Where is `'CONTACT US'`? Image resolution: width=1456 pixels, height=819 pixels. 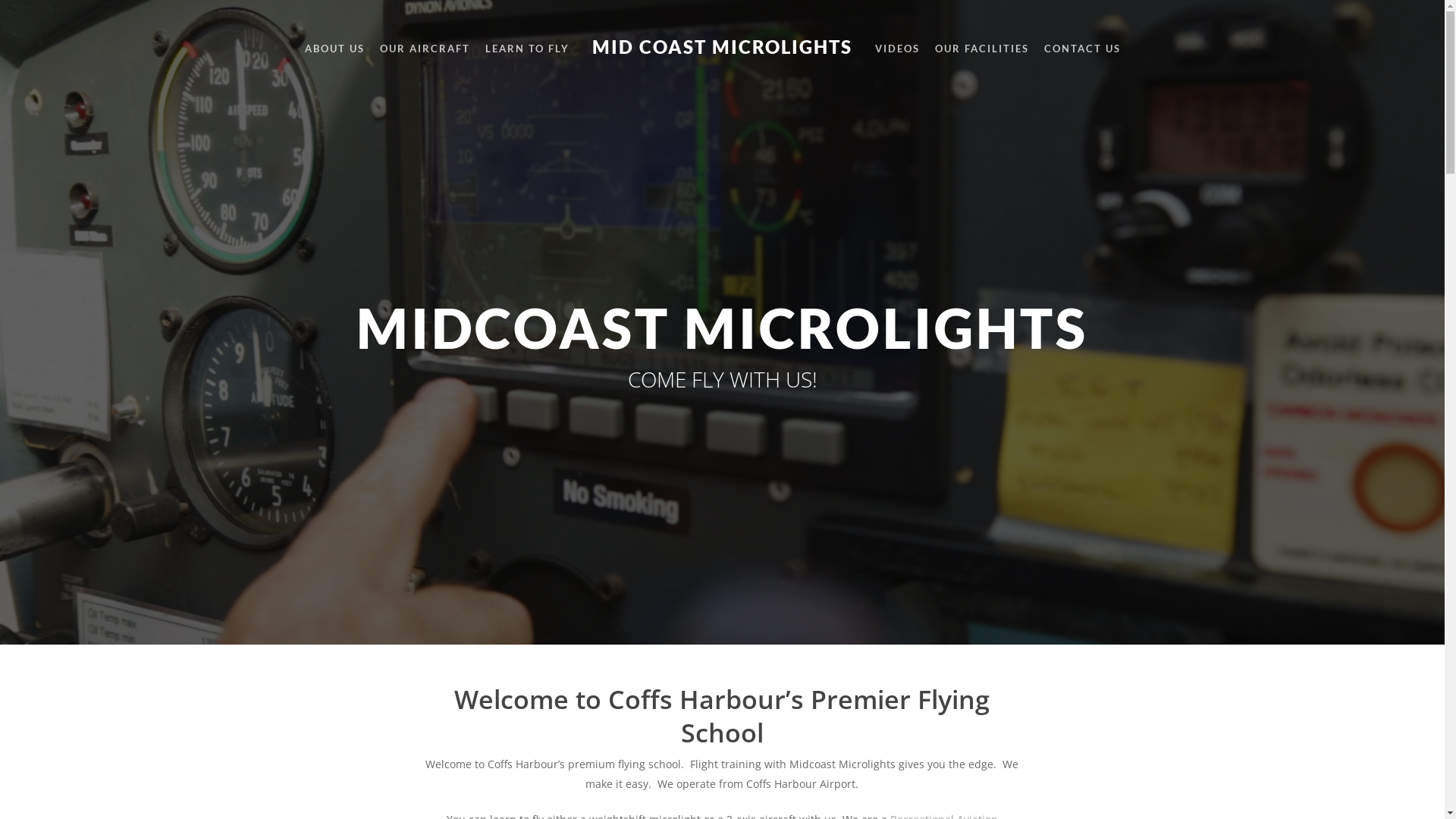 'CONTACT US' is located at coordinates (1043, 48).